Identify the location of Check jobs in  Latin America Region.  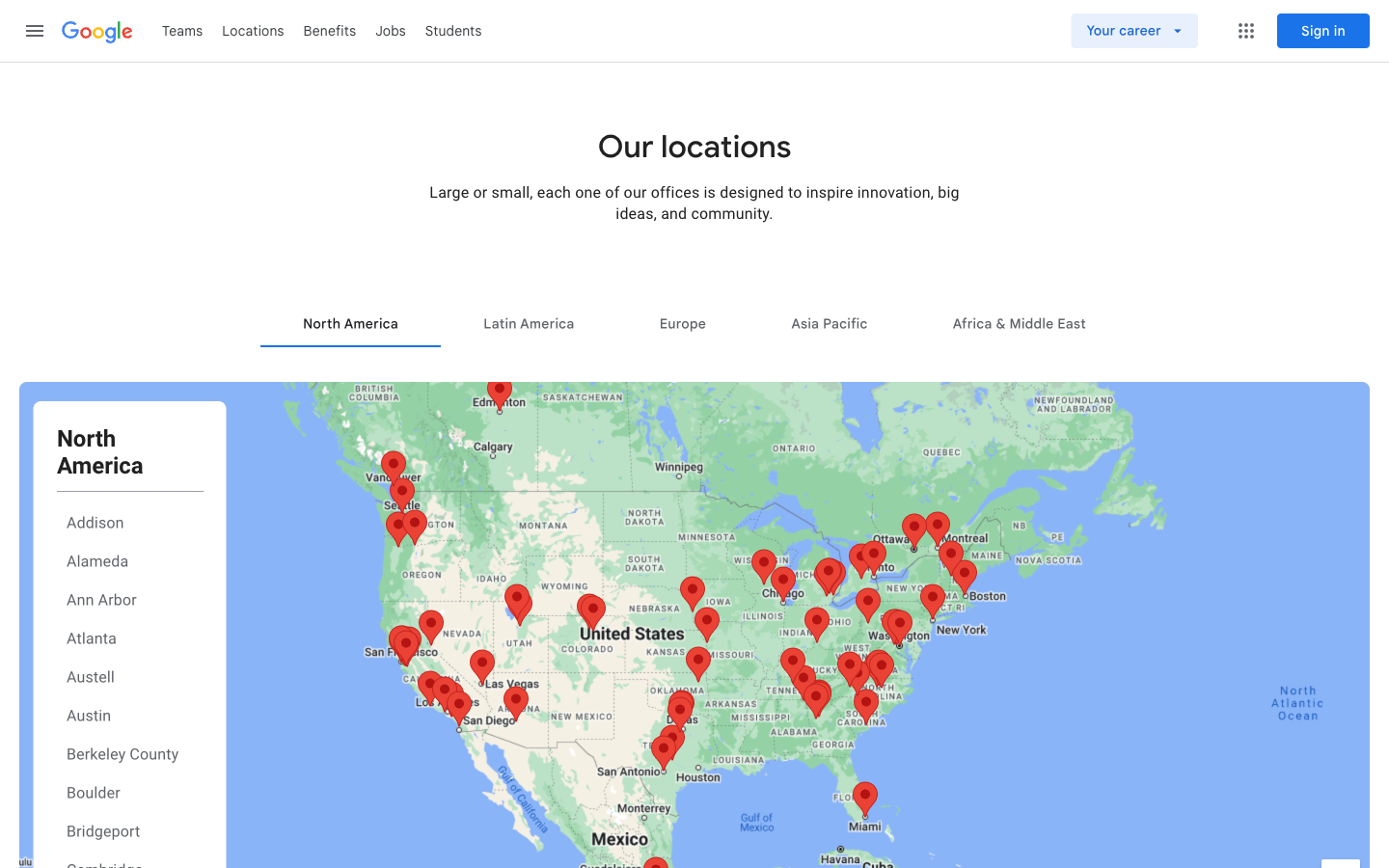
(529, 322).